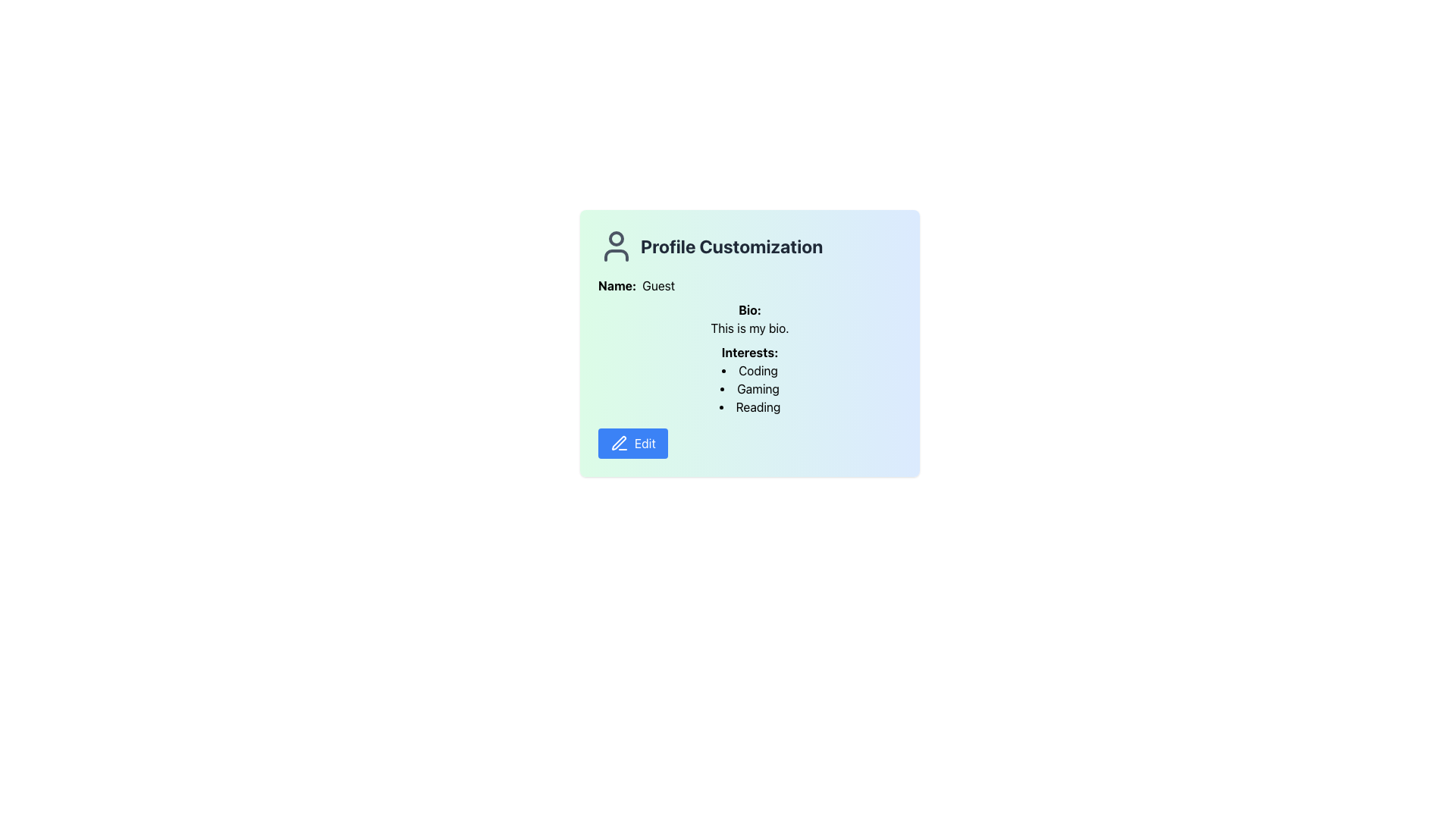 This screenshot has height=819, width=1456. Describe the element at coordinates (749, 245) in the screenshot. I see `the 'Profile Customization' heading with the user profile icon, which is styled with a gray font and icon, located at the top of its card-like structure` at that location.